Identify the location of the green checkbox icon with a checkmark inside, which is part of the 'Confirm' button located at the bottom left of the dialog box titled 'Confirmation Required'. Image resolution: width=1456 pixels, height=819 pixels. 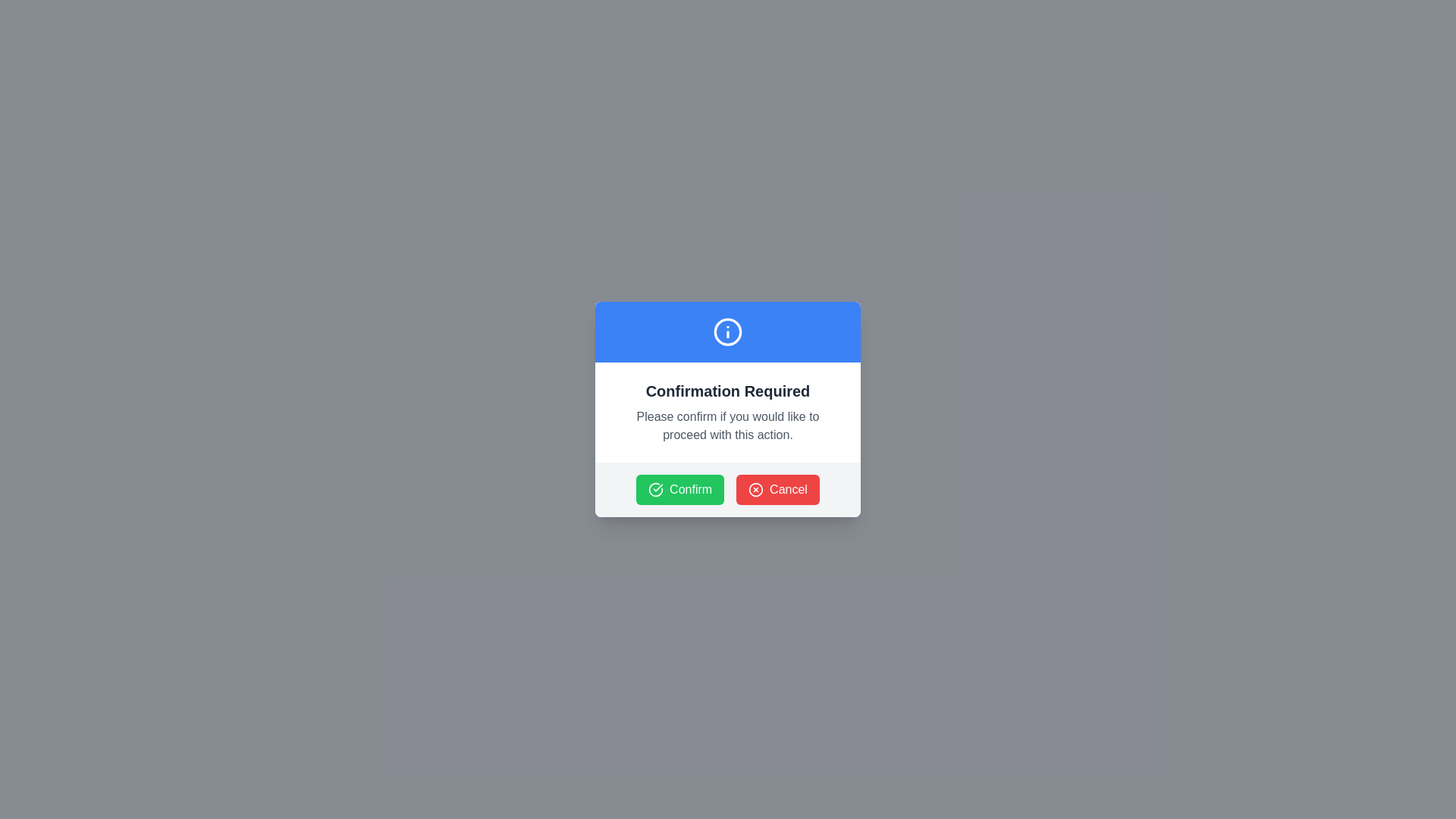
(656, 489).